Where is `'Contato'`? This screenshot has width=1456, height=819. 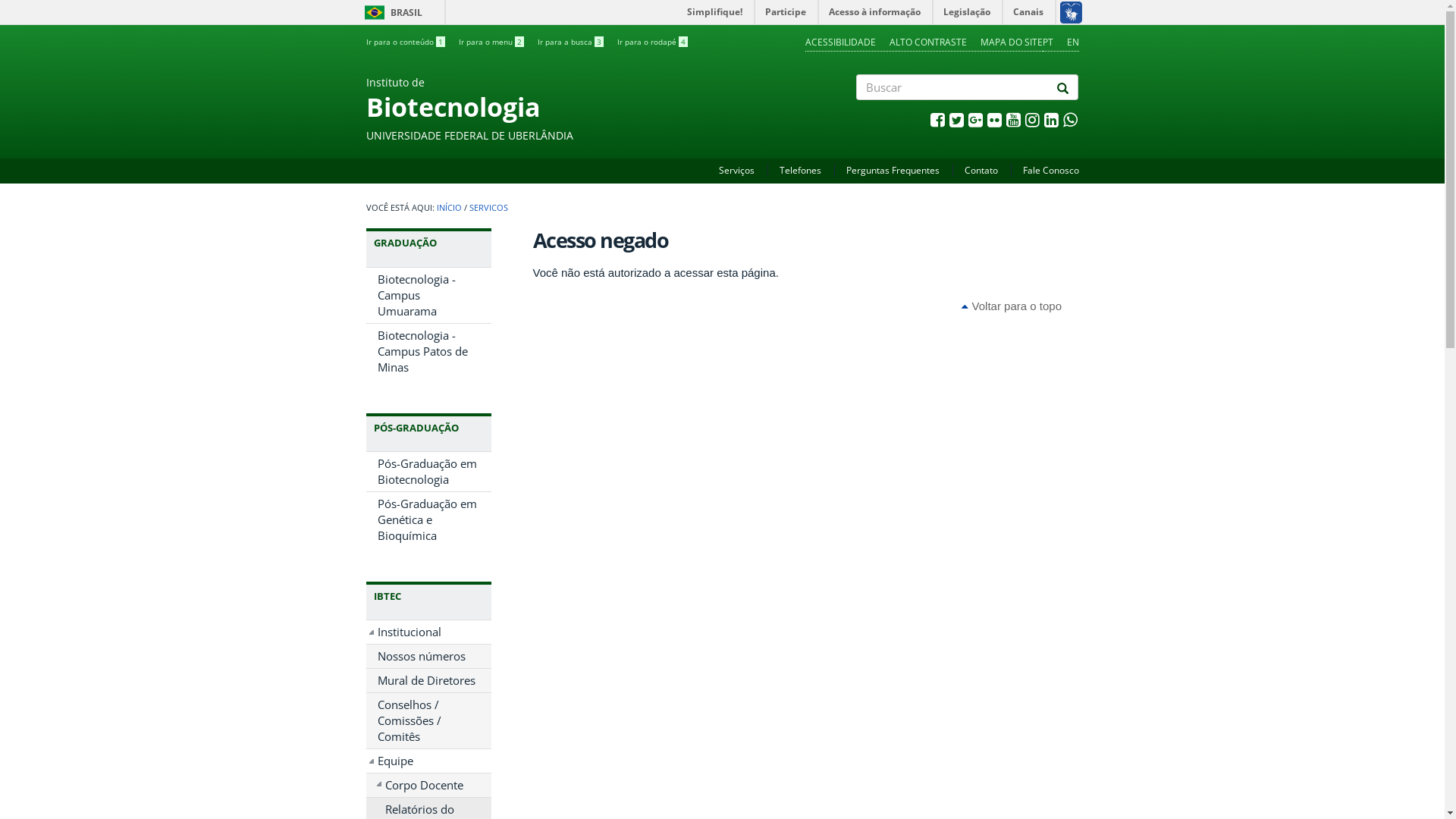 'Contato' is located at coordinates (981, 170).